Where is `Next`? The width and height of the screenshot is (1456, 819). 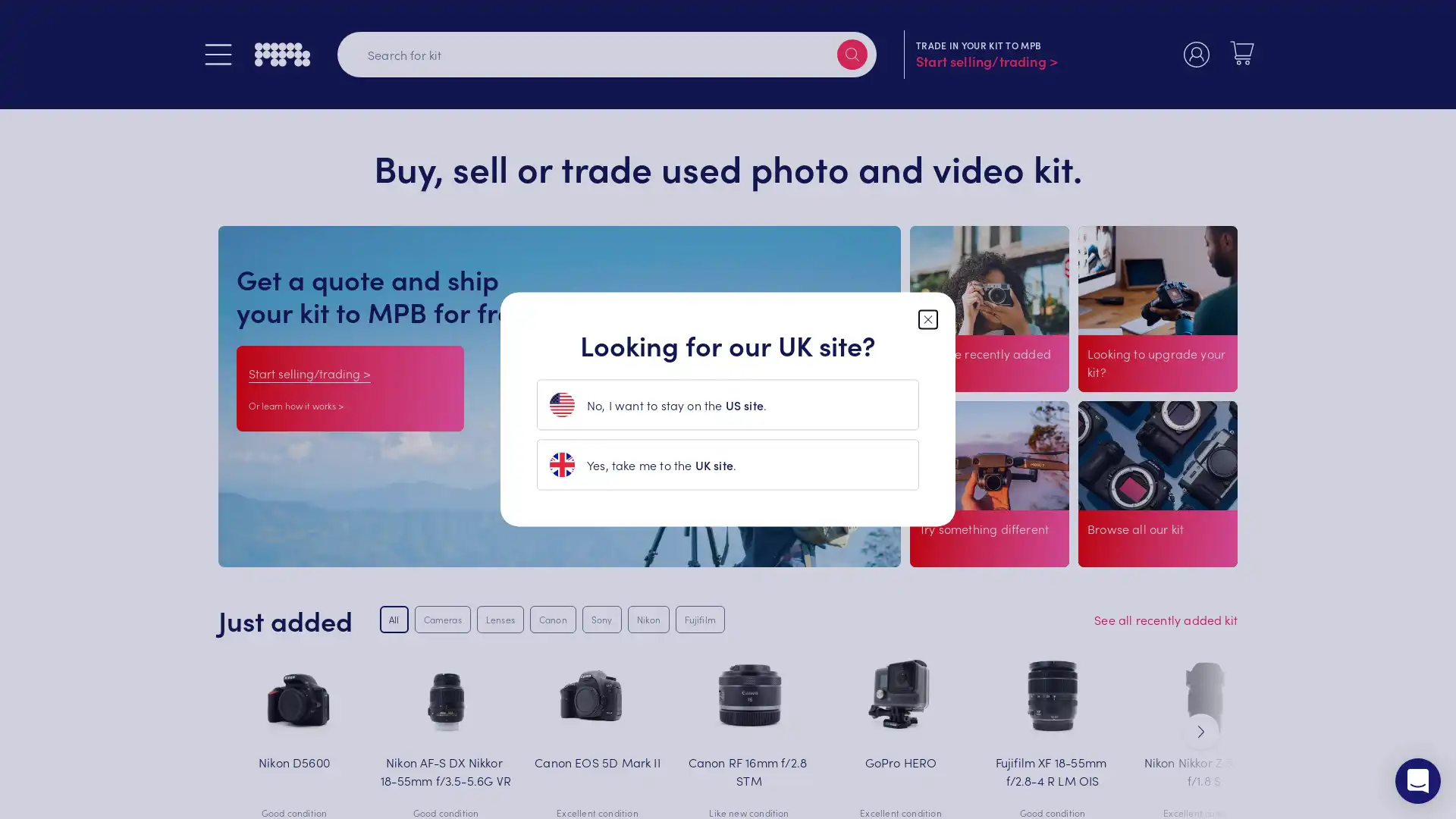 Next is located at coordinates (1200, 730).